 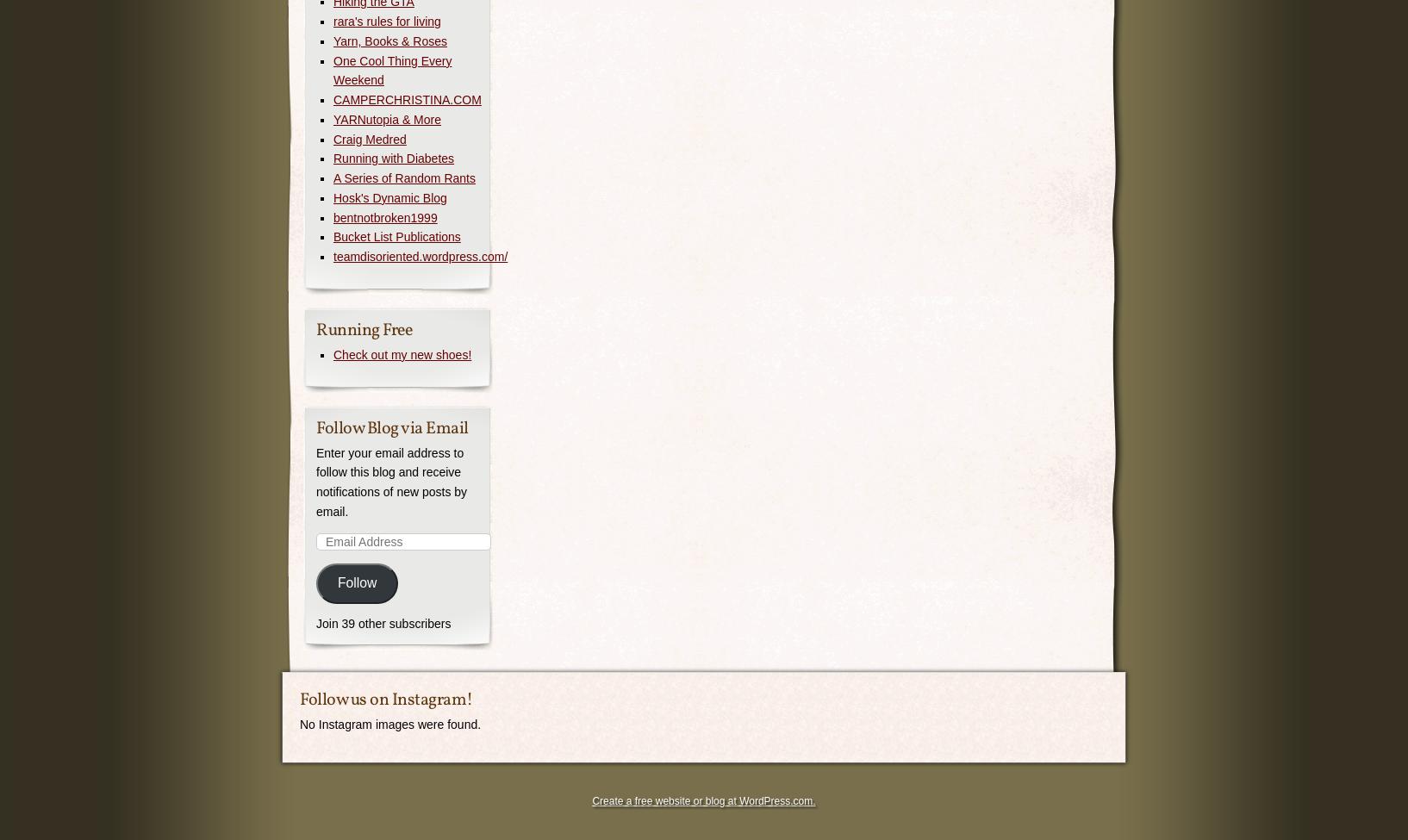 I want to click on 'YARNutopia & More', so click(x=332, y=117).